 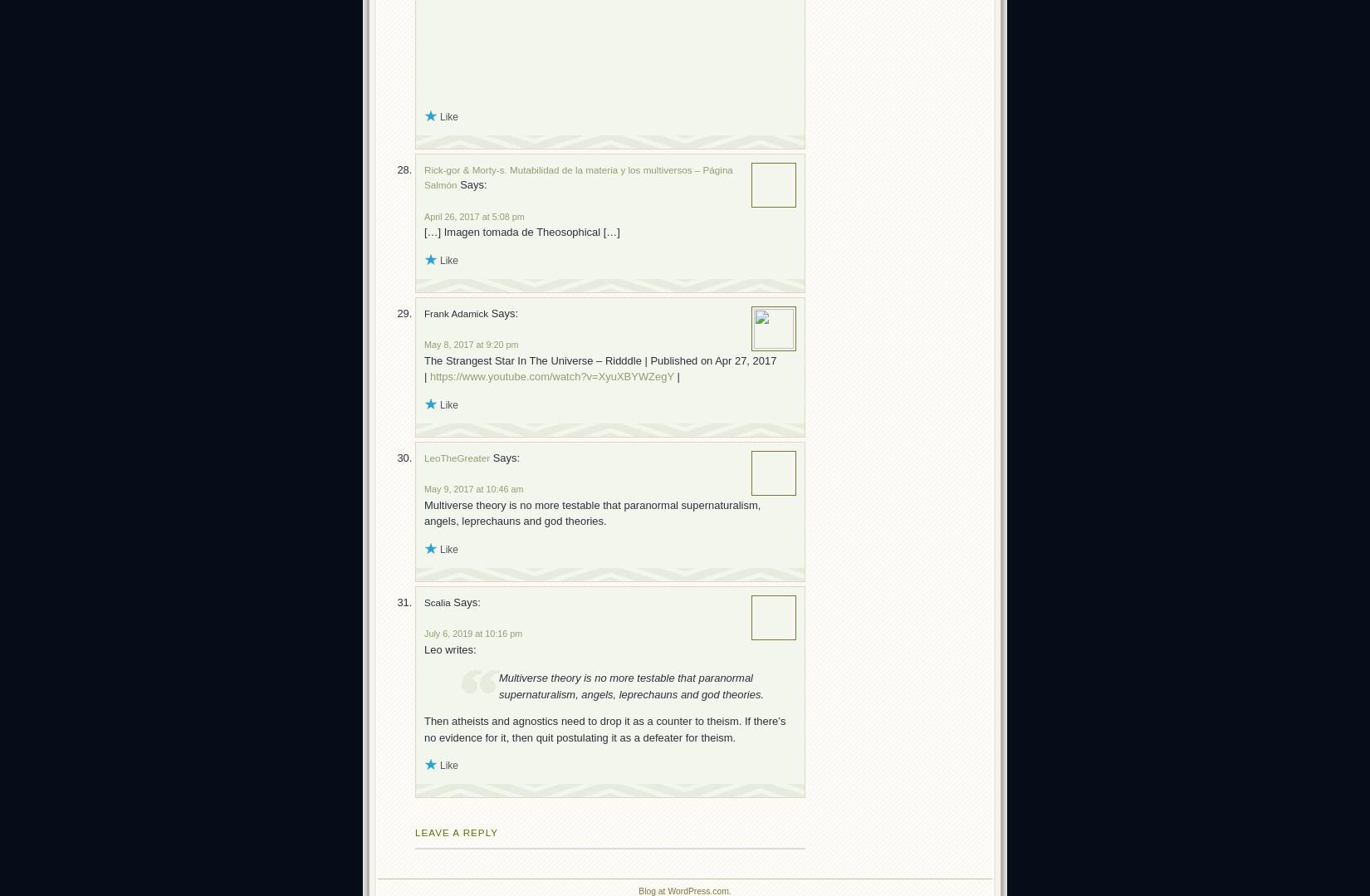 What do you see at coordinates (577, 175) in the screenshot?
I see `'Rick-gor & Morty-s. Mutabilidad de la materia y los multiversos – Página Salmón'` at bounding box center [577, 175].